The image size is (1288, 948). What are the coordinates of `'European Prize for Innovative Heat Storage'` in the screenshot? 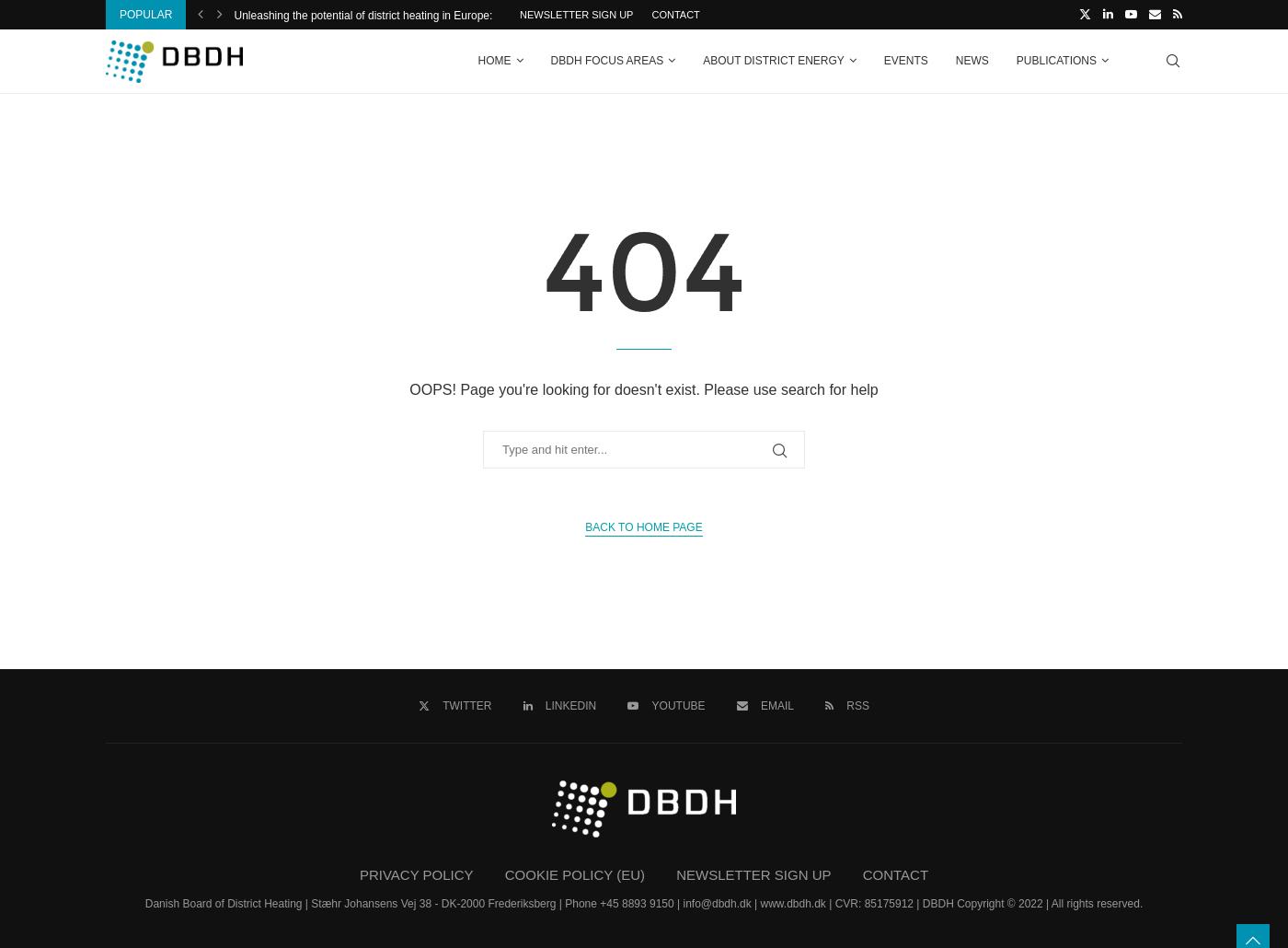 It's located at (727, 15).